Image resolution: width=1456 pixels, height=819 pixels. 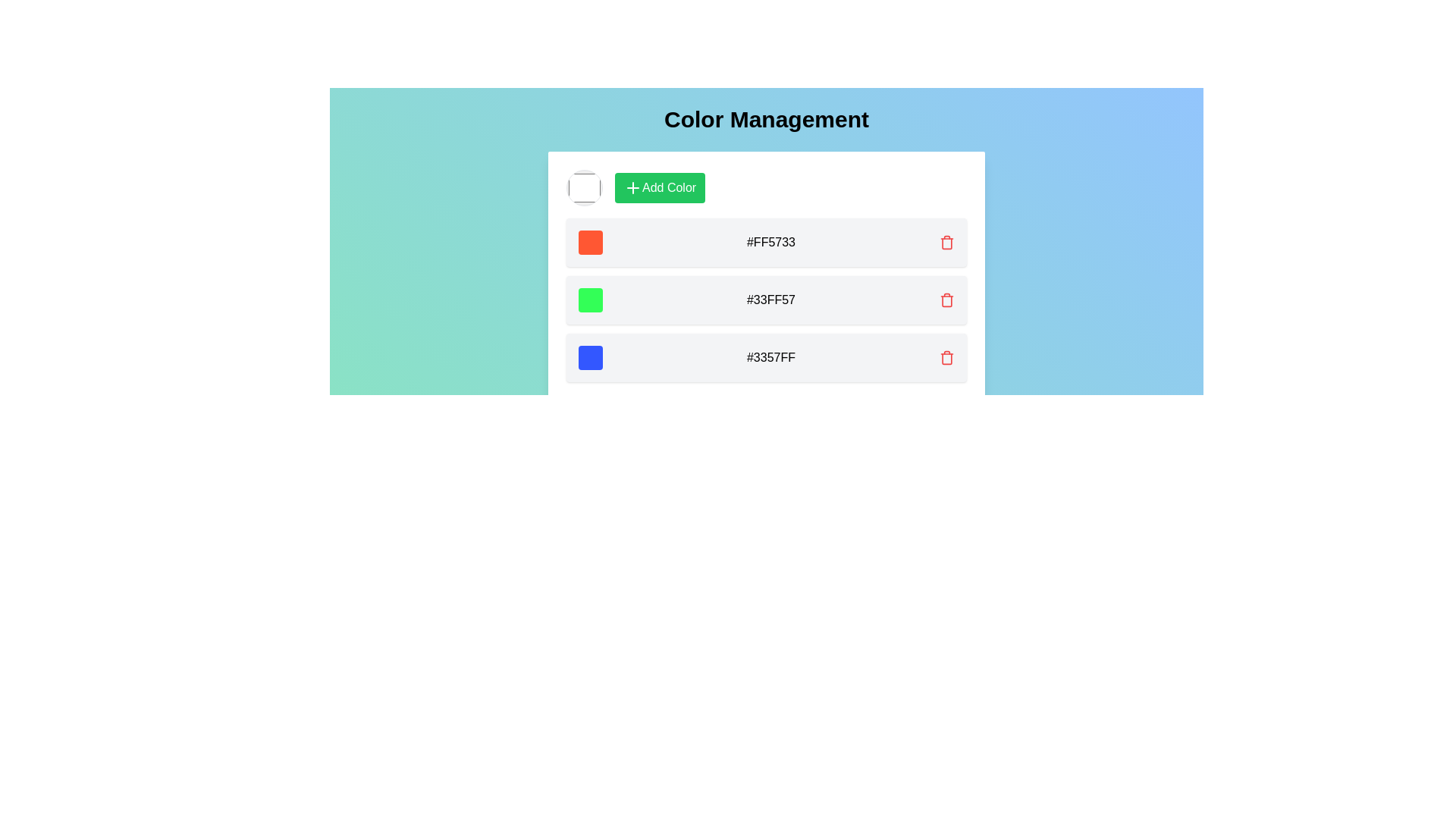 I want to click on the text display showing the string '#3357FF', which is bold and black on a light gray background, located next to a blue color swatch and to the left of a red trash icon, so click(x=771, y=357).